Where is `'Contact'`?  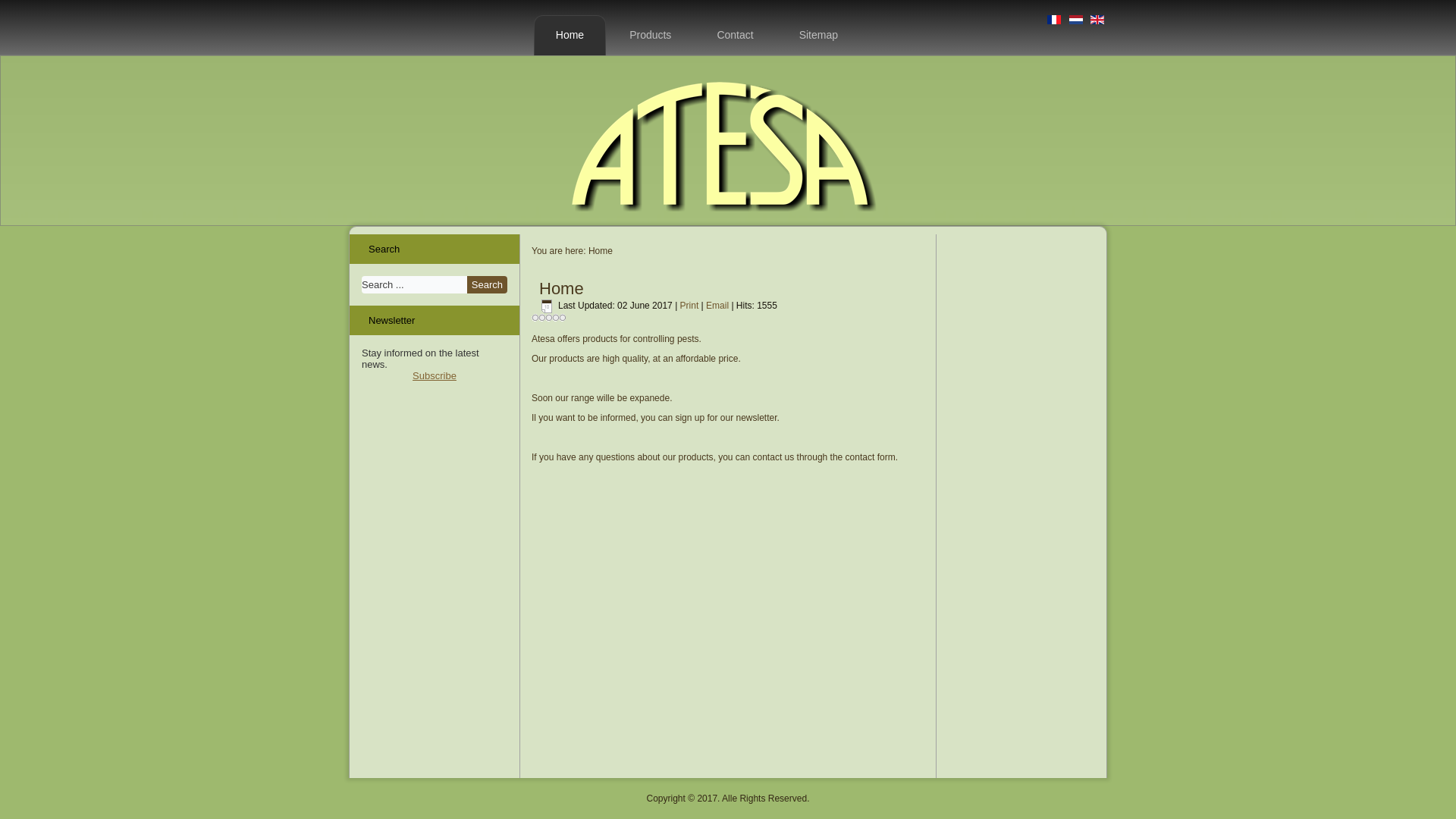 'Contact' is located at coordinates (735, 34).